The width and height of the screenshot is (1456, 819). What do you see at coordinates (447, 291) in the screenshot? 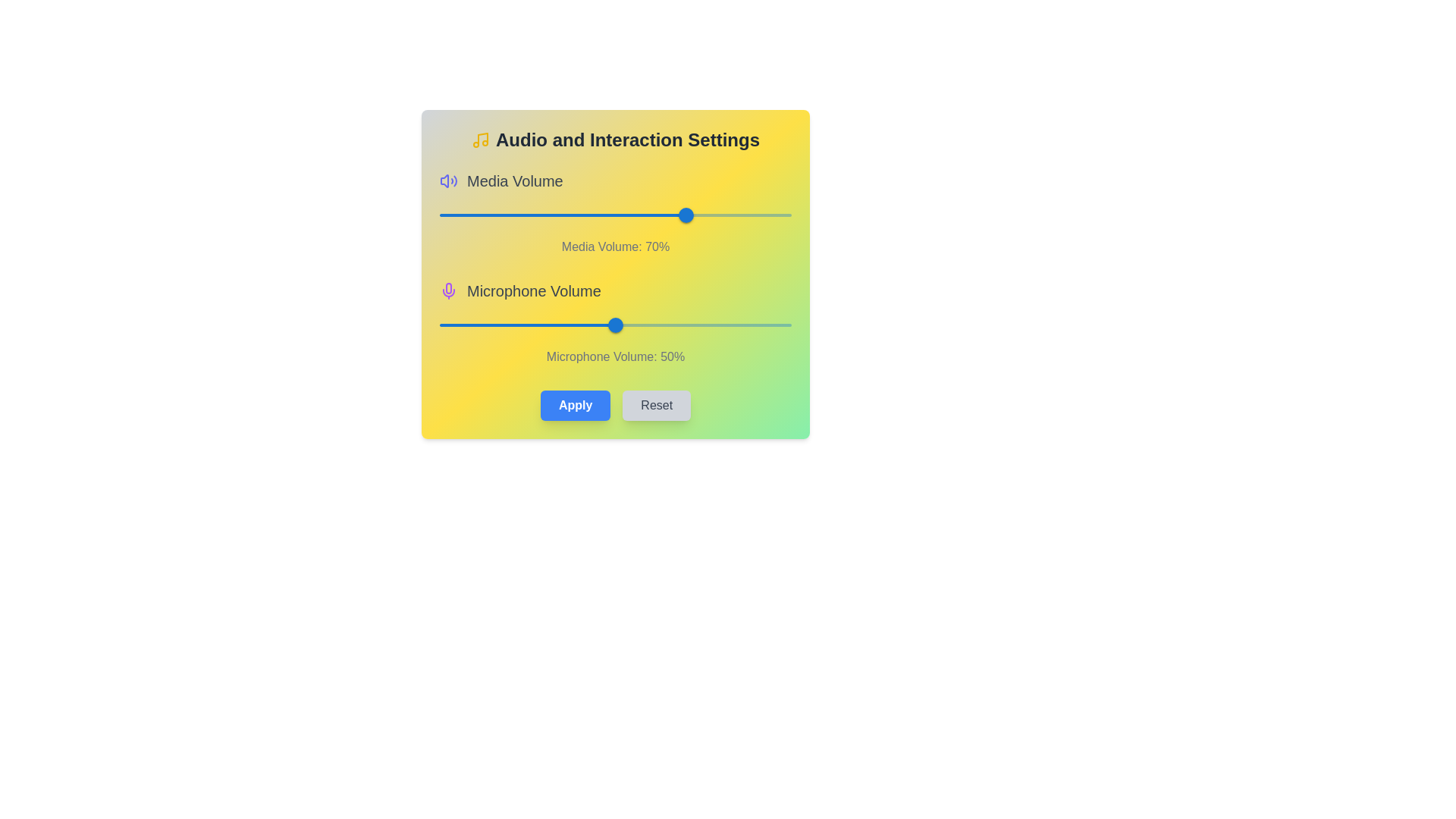
I see `the decorative microphone icon located to the left of the 'Microphone Volume' text in the audio settings section` at bounding box center [447, 291].